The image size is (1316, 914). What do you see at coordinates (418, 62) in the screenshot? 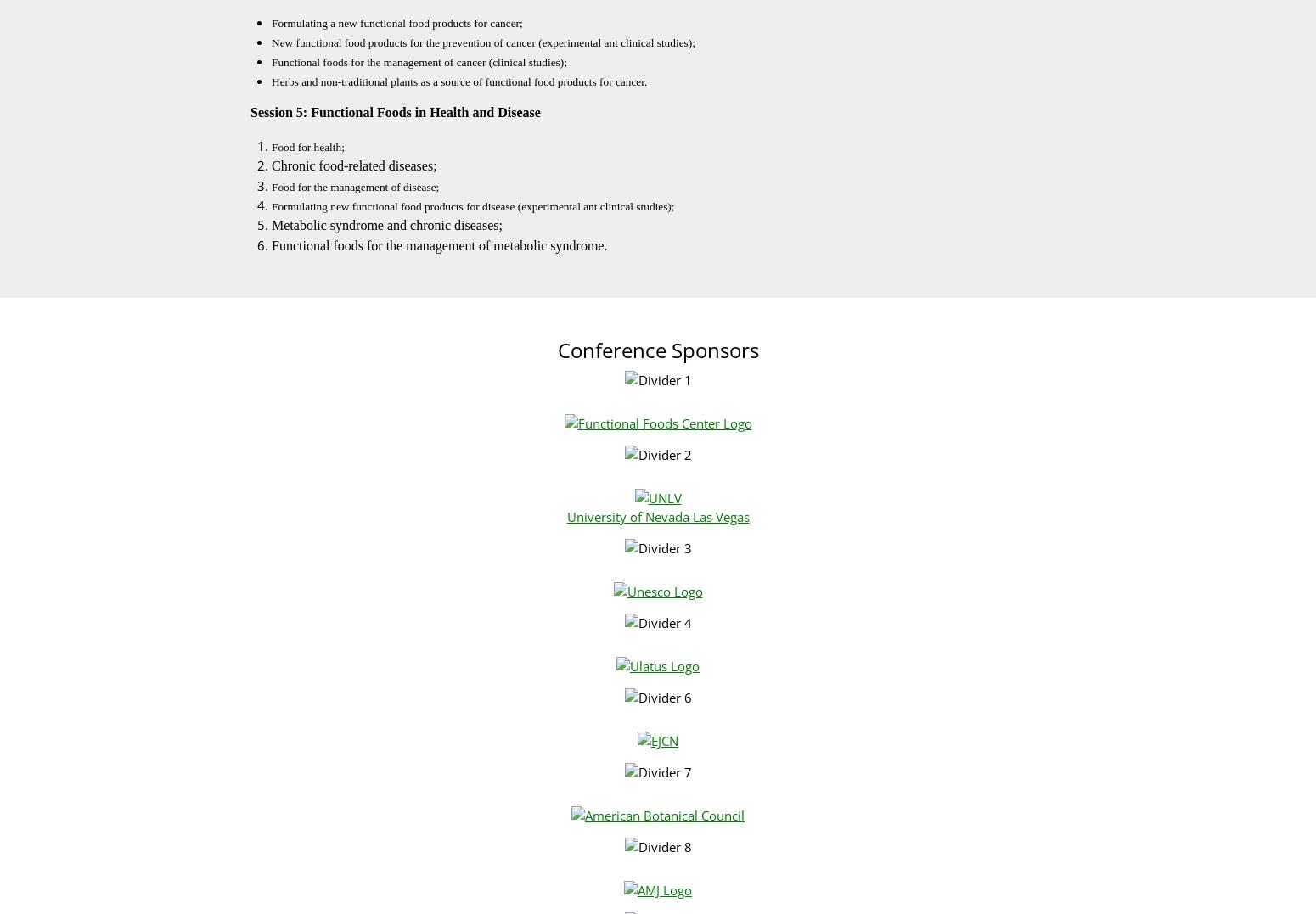
I see `'Functional foods for the management of cancer (clinical studies);'` at bounding box center [418, 62].